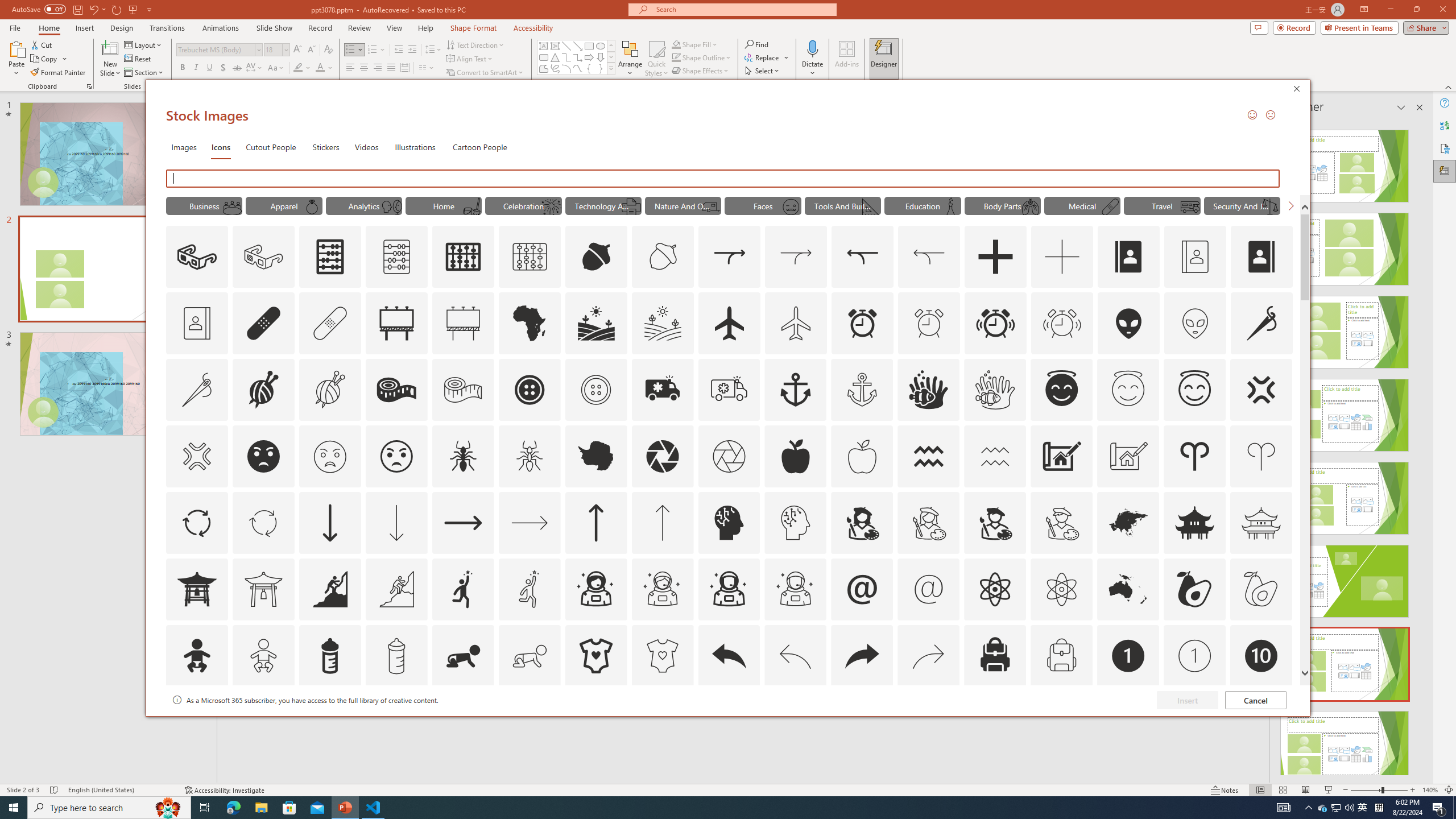  I want to click on 'AutomationID: Icons_Baby', so click(196, 655).